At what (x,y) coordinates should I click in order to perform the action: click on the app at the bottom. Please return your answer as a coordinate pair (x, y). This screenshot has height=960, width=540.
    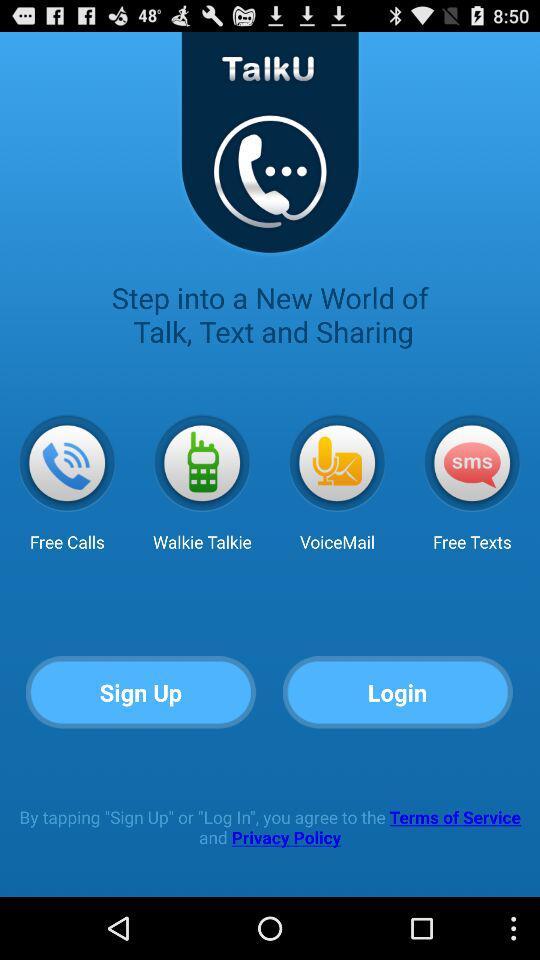
    Looking at the image, I should click on (270, 827).